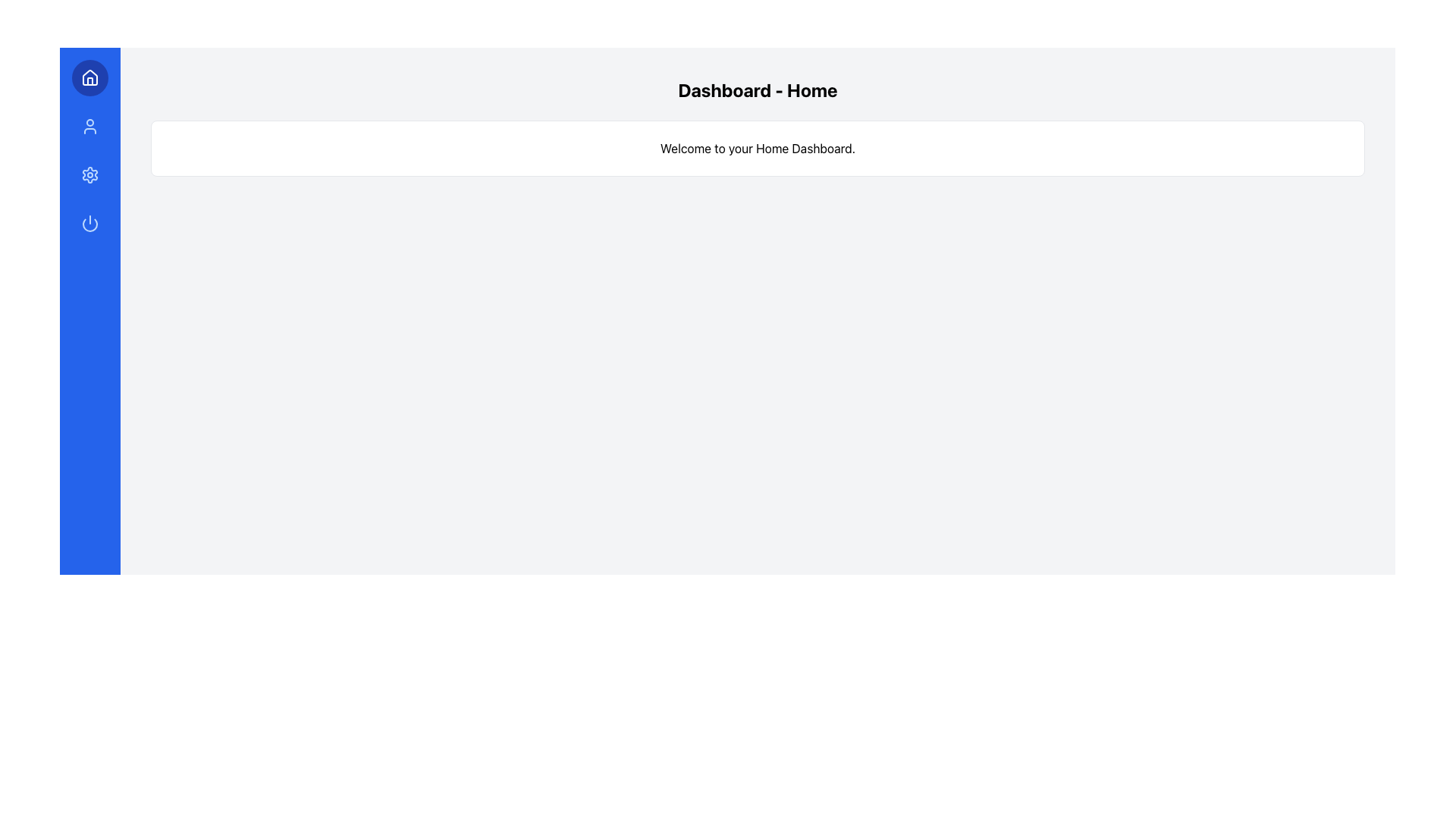  What do you see at coordinates (89, 174) in the screenshot?
I see `the third interactive icon in the vertical navigation bar on the left side` at bounding box center [89, 174].